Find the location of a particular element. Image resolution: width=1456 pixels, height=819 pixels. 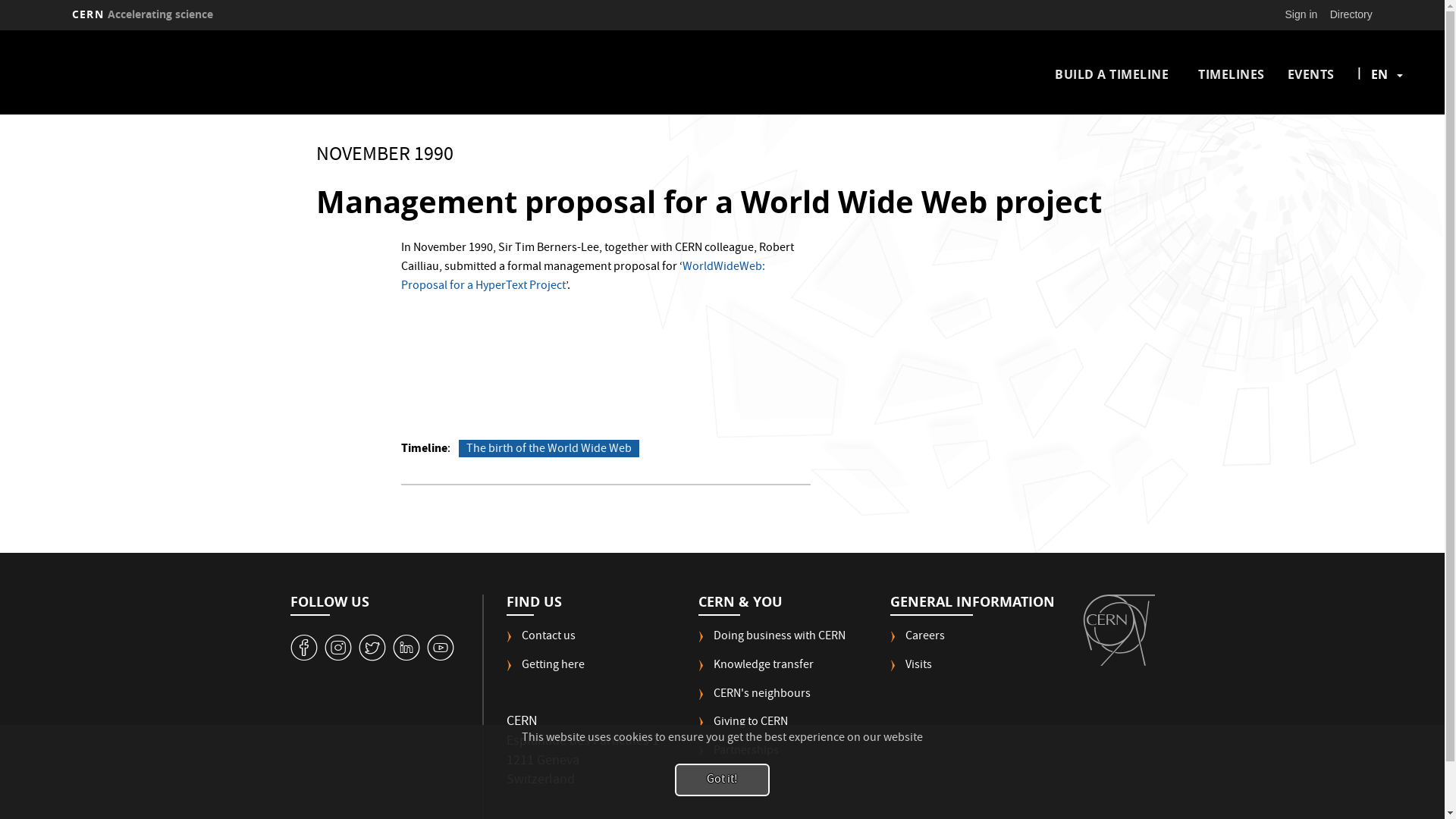

'BUILD A TIMELINE' is located at coordinates (1111, 74).